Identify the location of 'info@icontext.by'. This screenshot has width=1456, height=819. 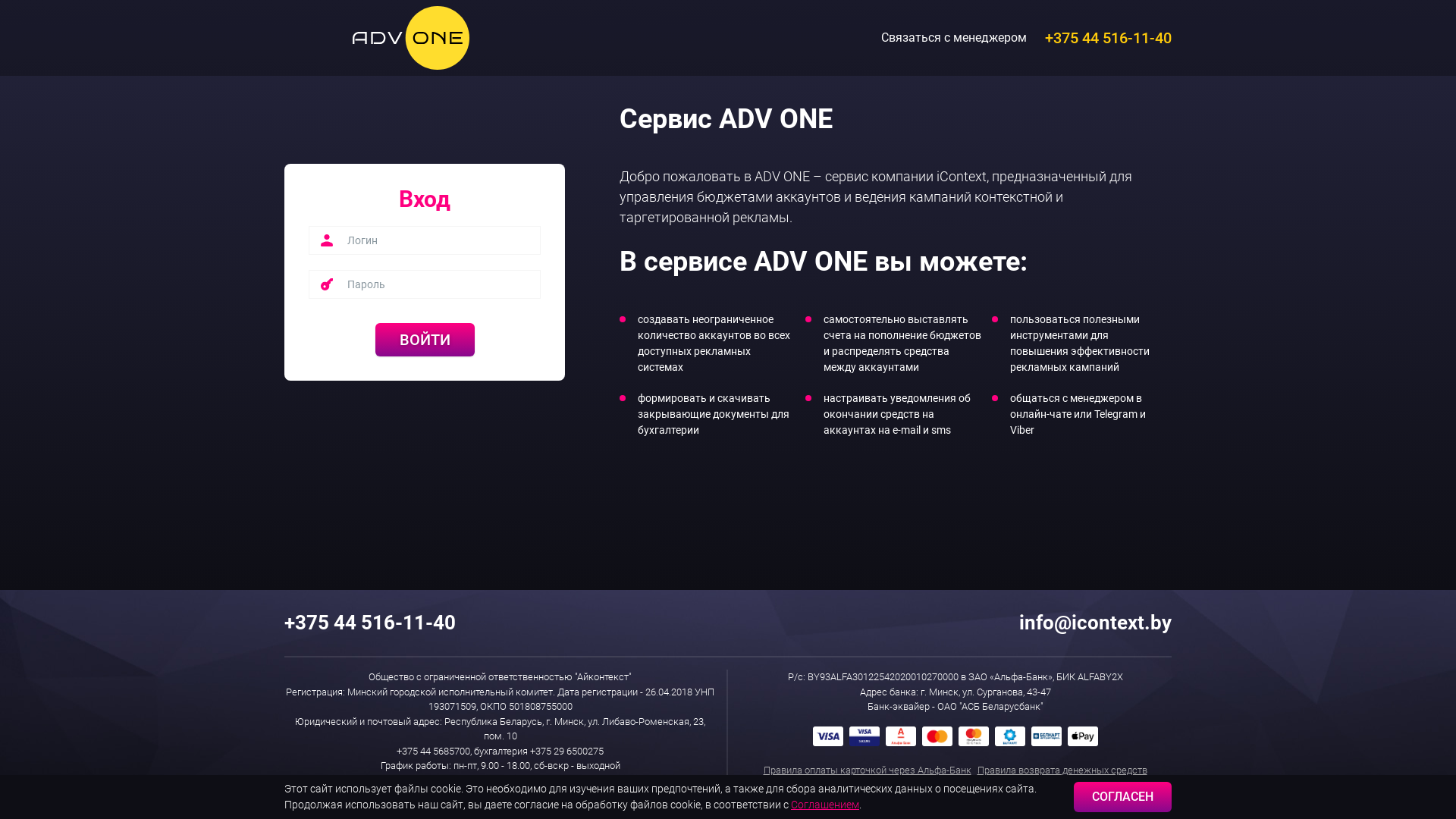
(1092, 623).